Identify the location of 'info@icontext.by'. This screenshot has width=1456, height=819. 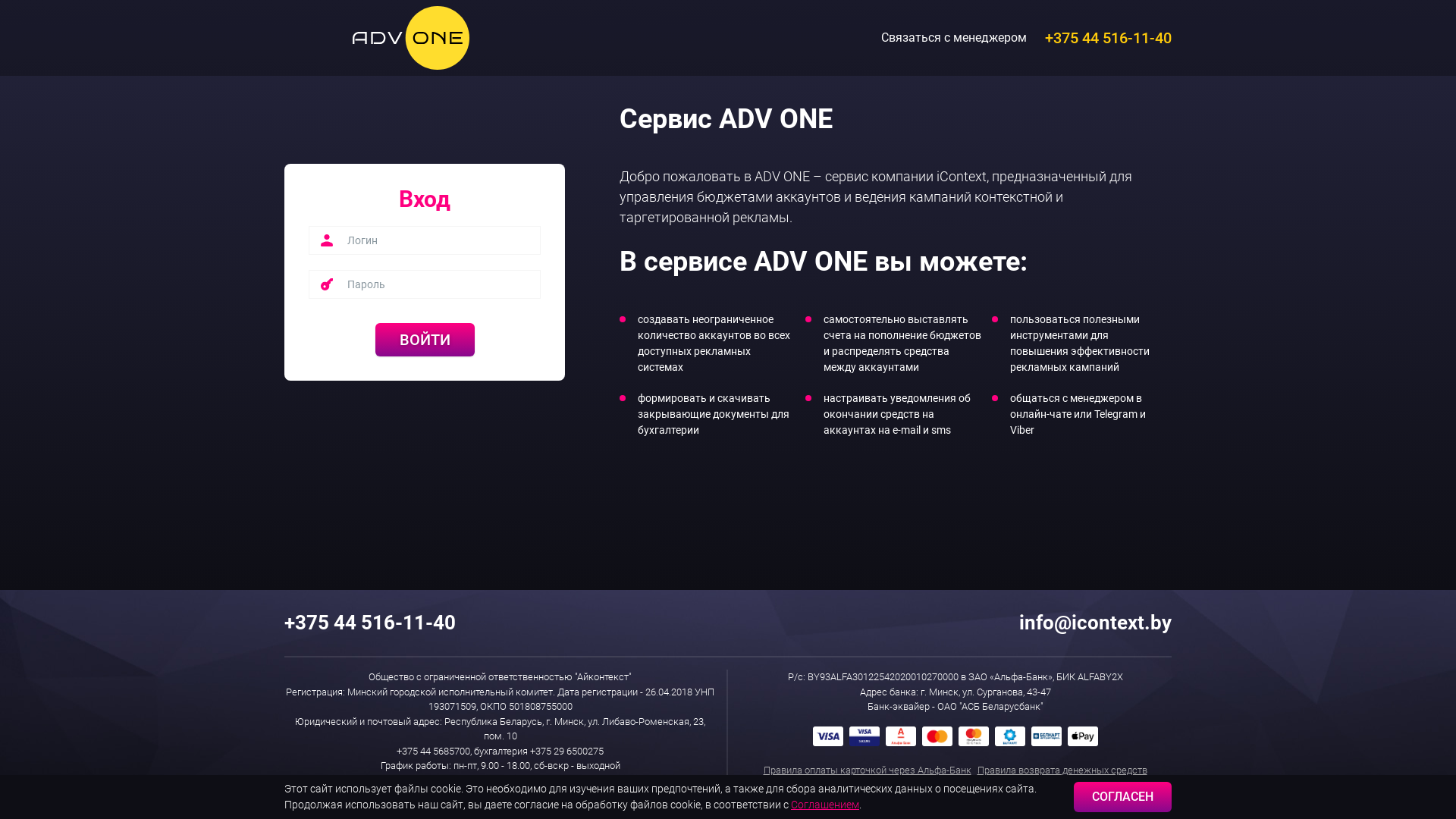
(1092, 623).